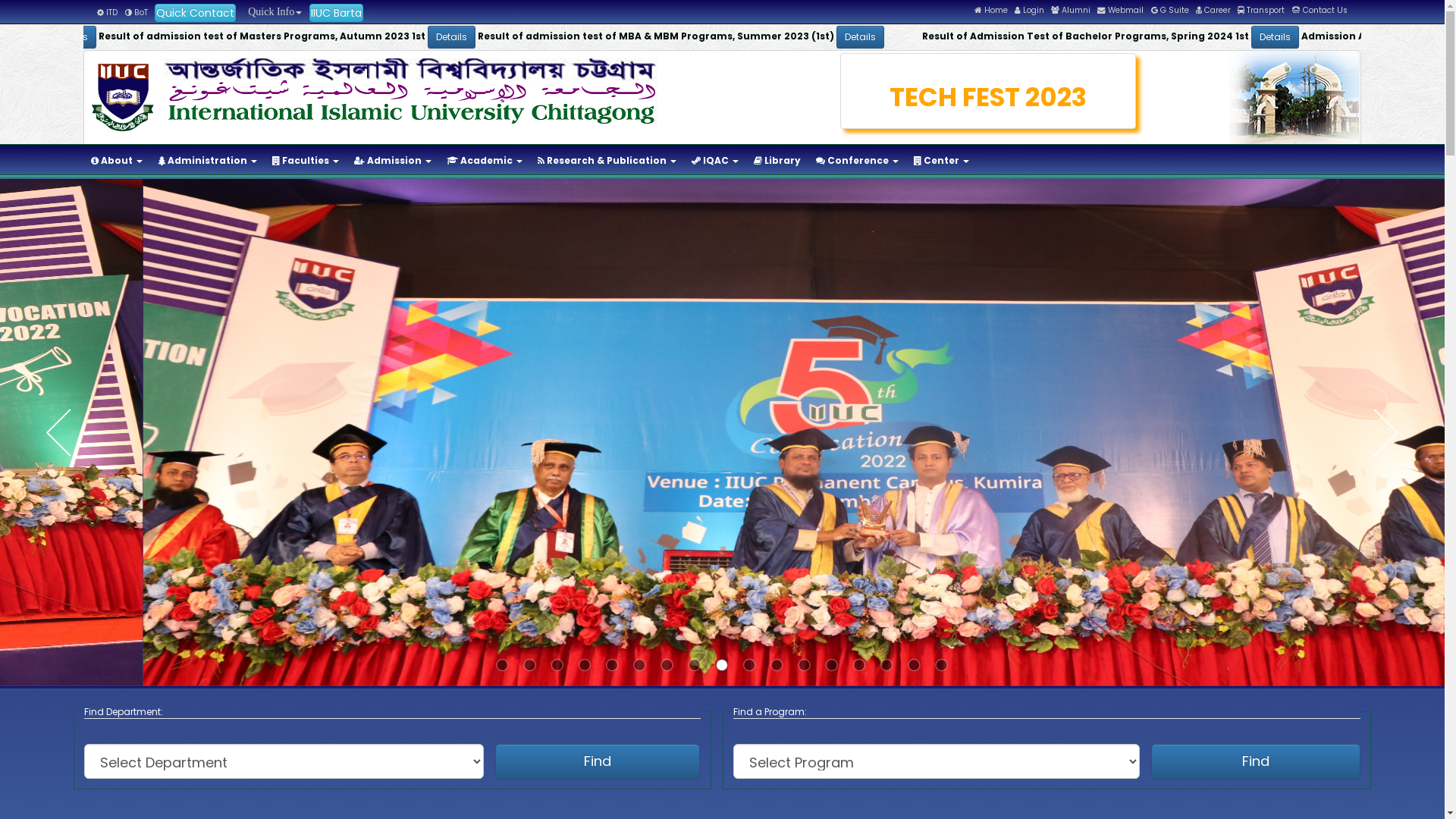 Image resolution: width=1456 pixels, height=819 pixels. I want to click on 'Alumni', so click(1069, 10).